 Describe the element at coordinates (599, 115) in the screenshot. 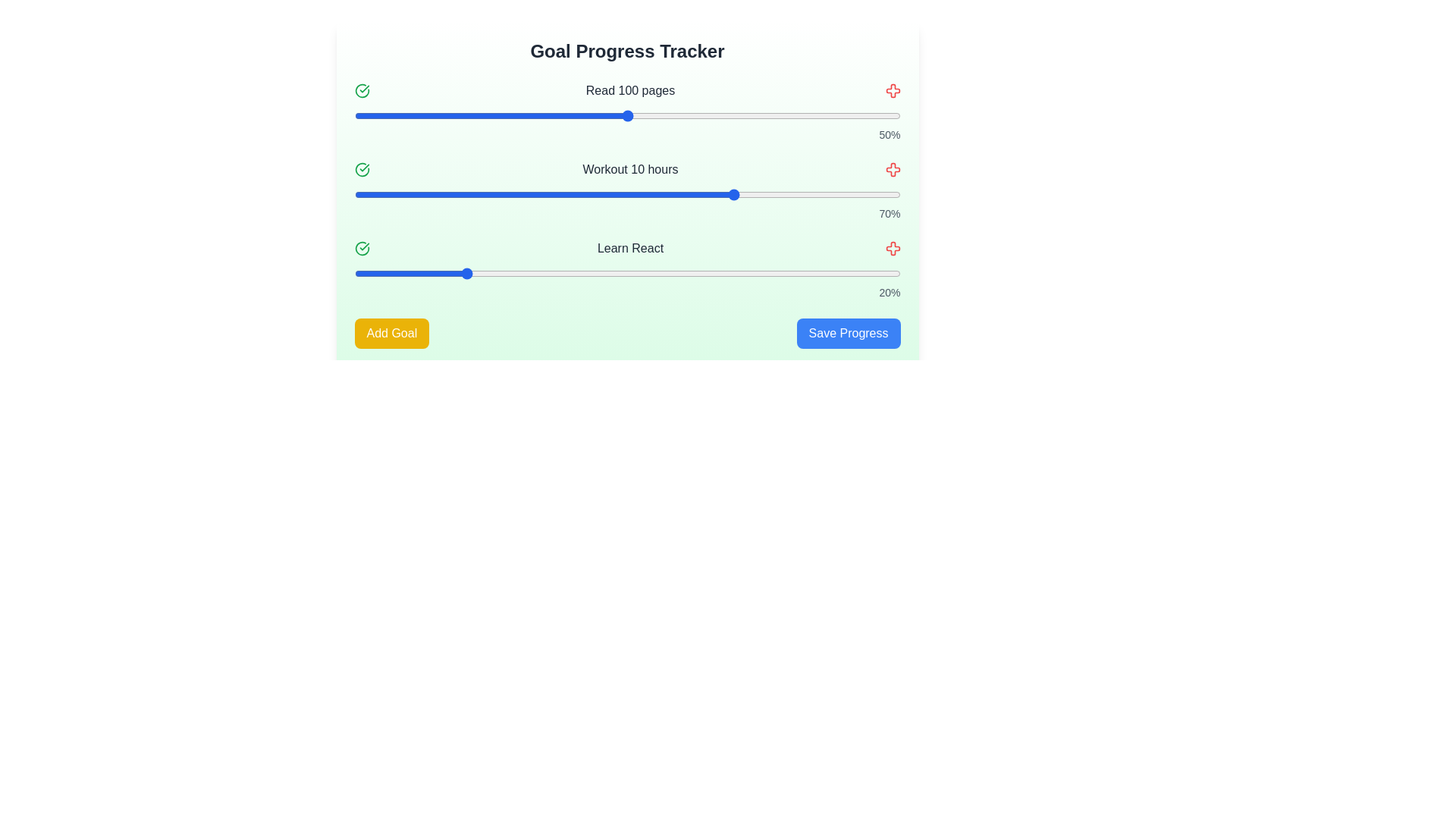

I see `the progress slider for the goal 'Read 100 pages' to 45%` at that location.